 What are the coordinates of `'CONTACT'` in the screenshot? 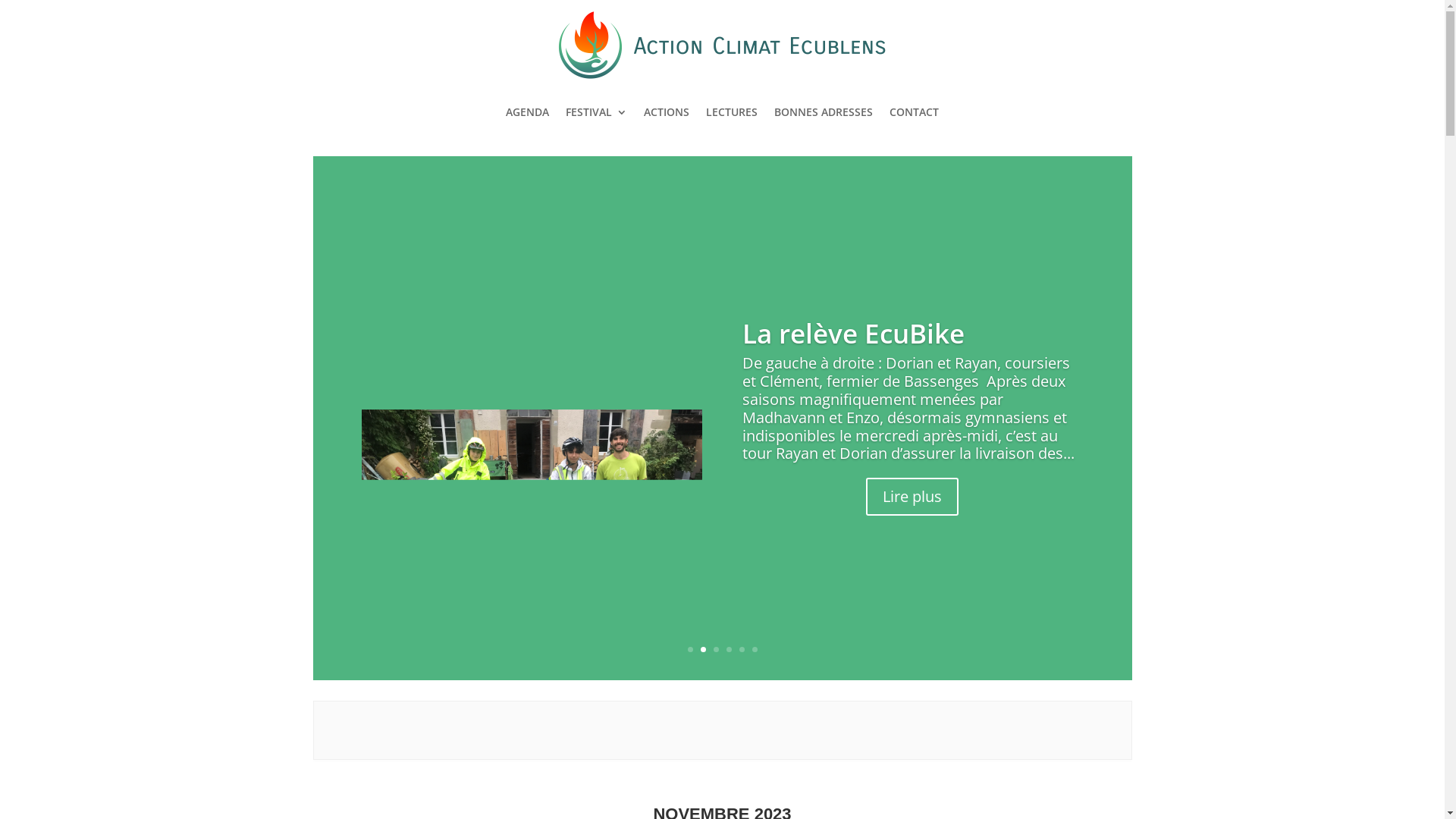 It's located at (913, 111).